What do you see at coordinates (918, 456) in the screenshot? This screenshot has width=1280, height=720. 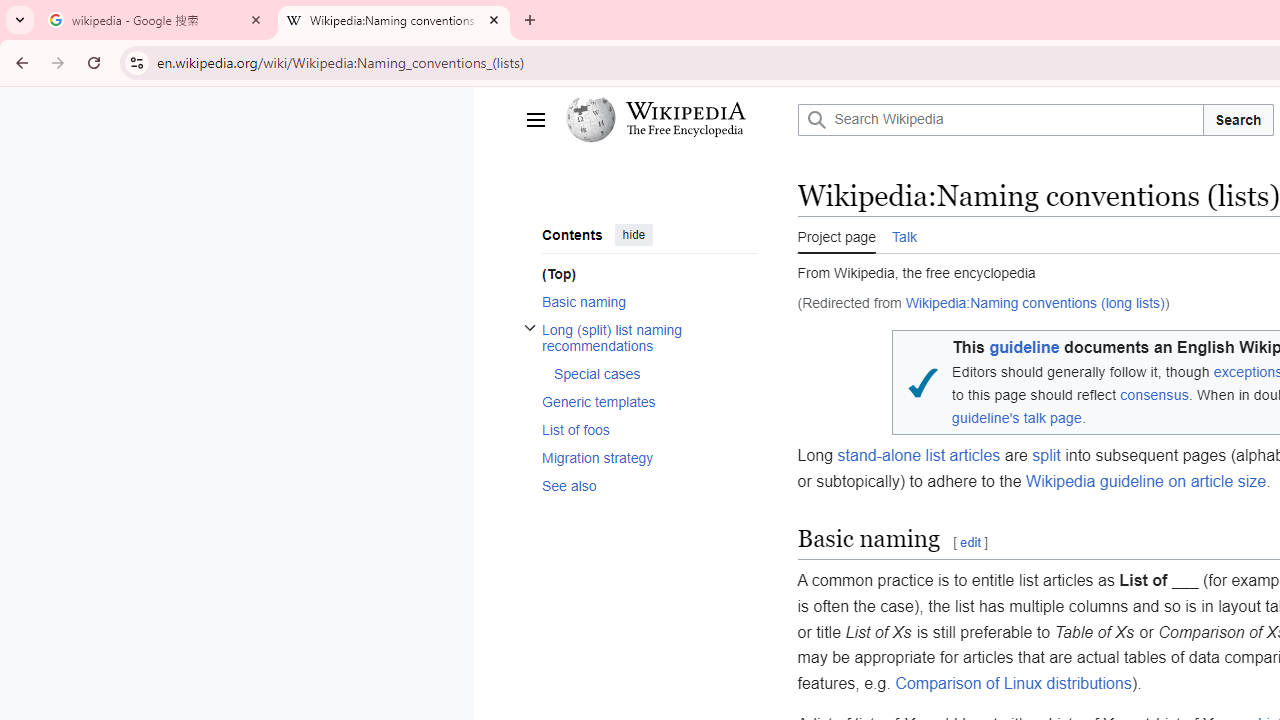 I see `'stand-alone list articles'` at bounding box center [918, 456].